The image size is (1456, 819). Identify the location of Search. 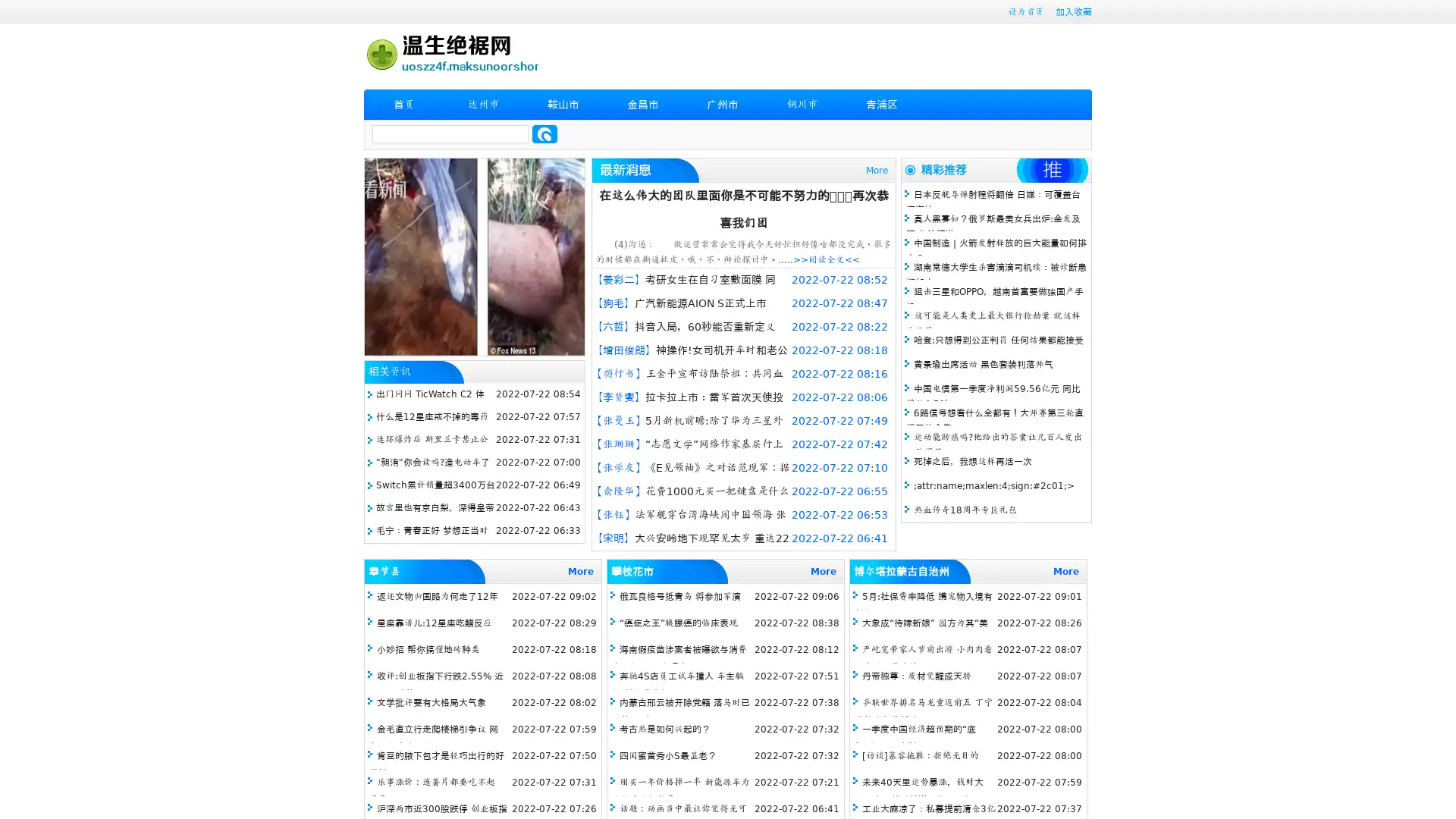
(544, 133).